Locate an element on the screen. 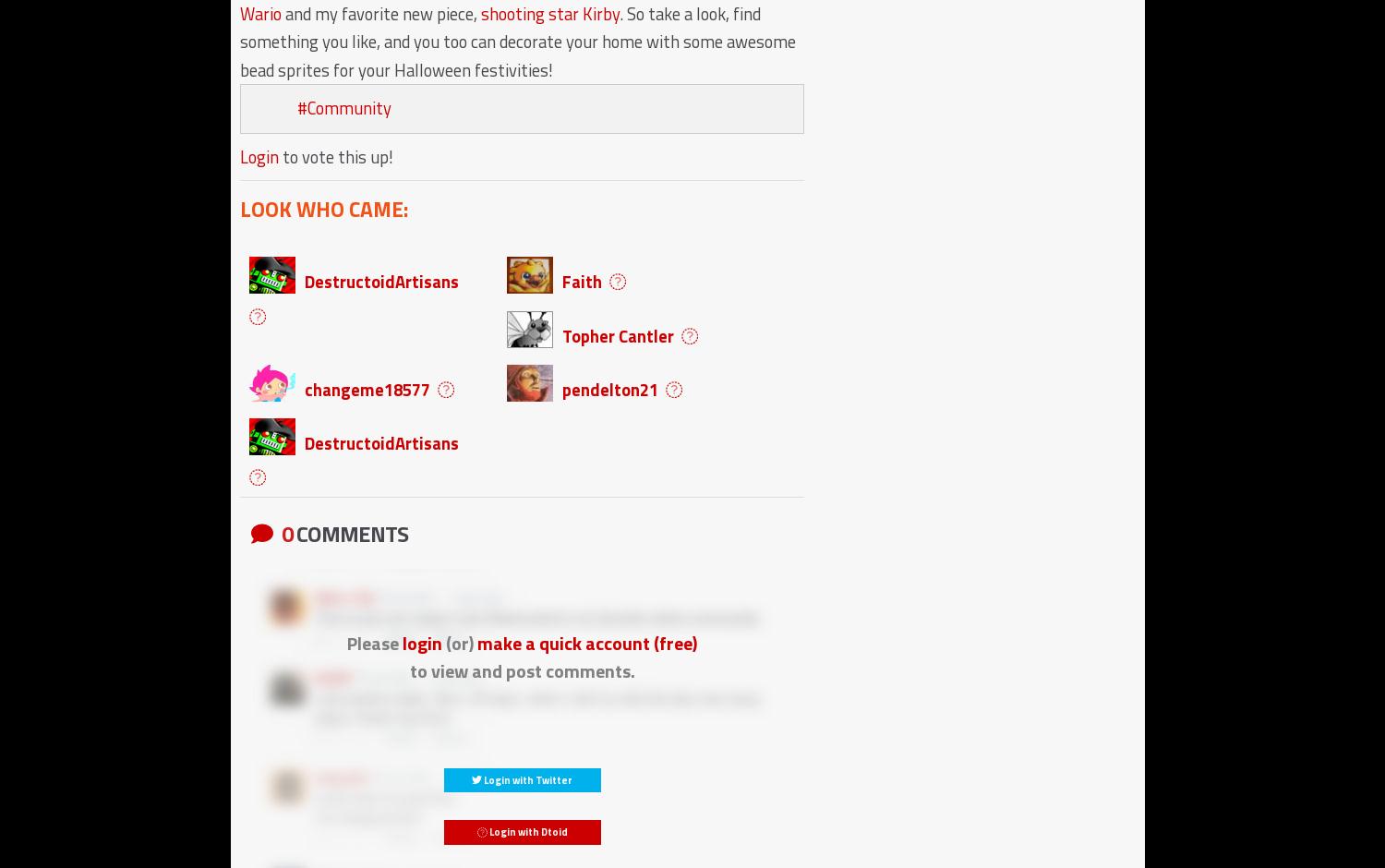 The image size is (1385, 868). 'Please' is located at coordinates (375, 641).